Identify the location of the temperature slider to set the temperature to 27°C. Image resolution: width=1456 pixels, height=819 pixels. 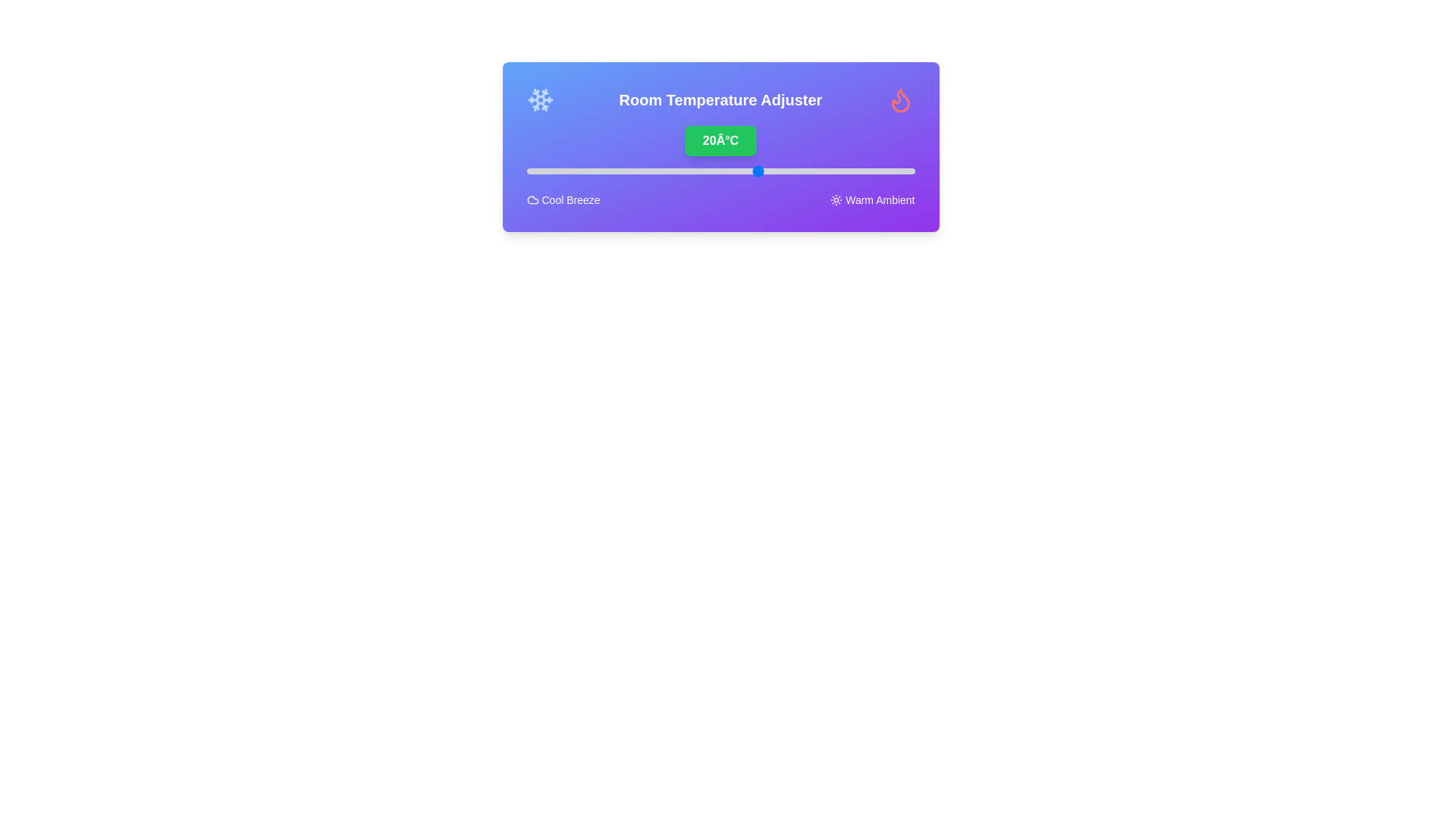
(813, 171).